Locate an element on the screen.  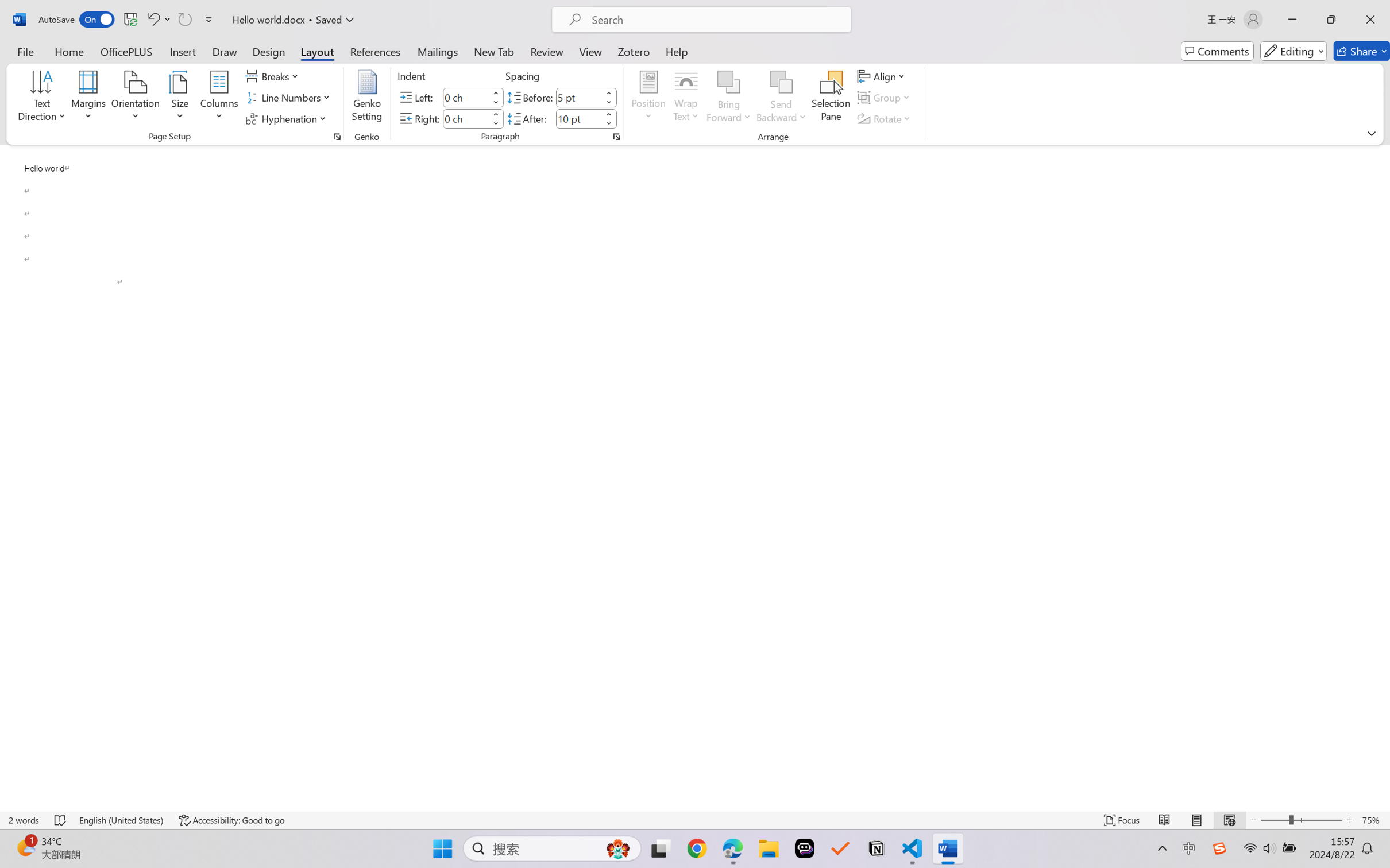
'AutomationID: BadgeAnchorLargeTicker' is located at coordinates (25, 847).